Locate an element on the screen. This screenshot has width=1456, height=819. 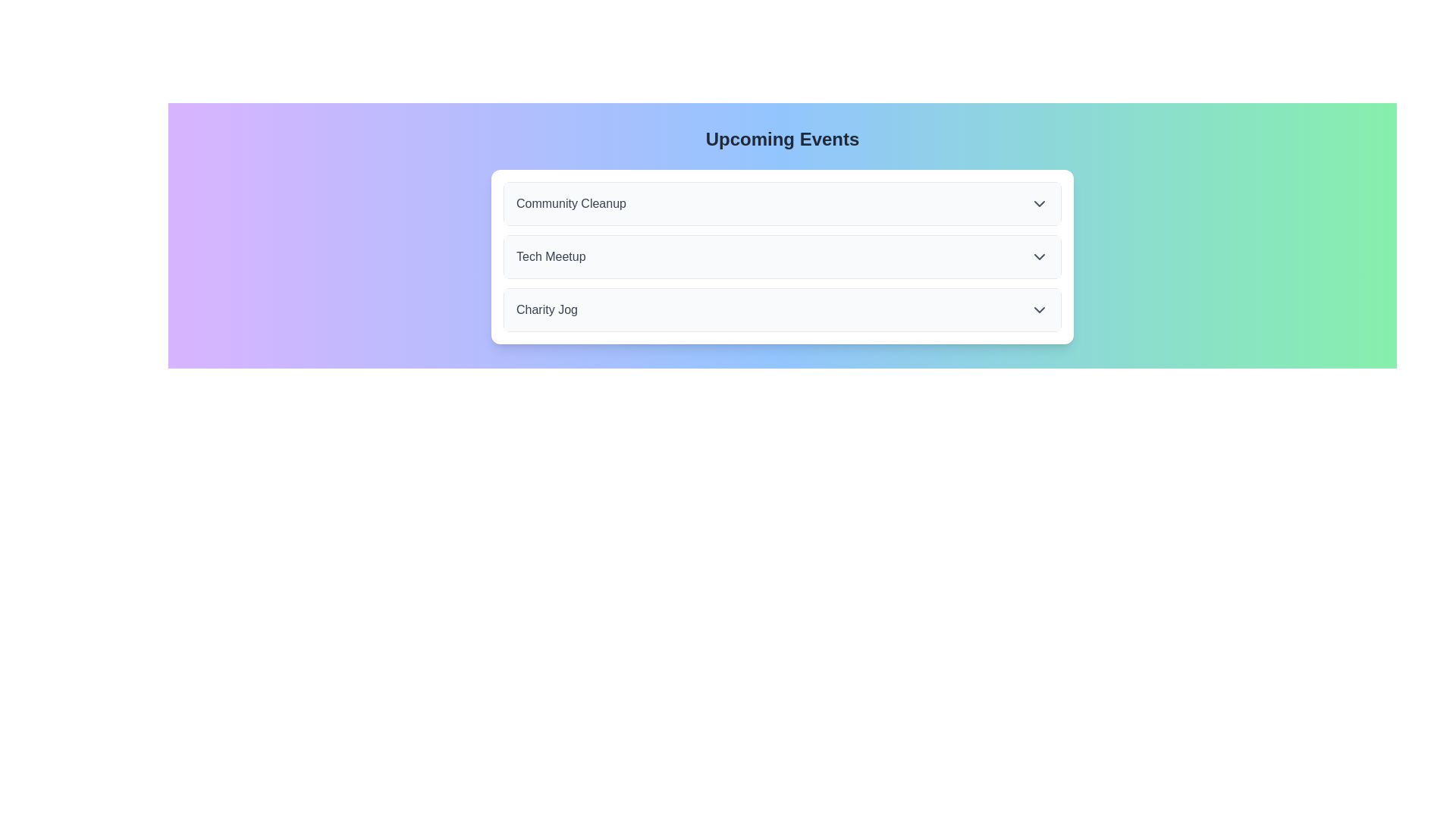
text of the label that serves as a title for an event, positioned between 'Community Cleanup' and 'Charity Jog' in the vertical list is located at coordinates (550, 256).